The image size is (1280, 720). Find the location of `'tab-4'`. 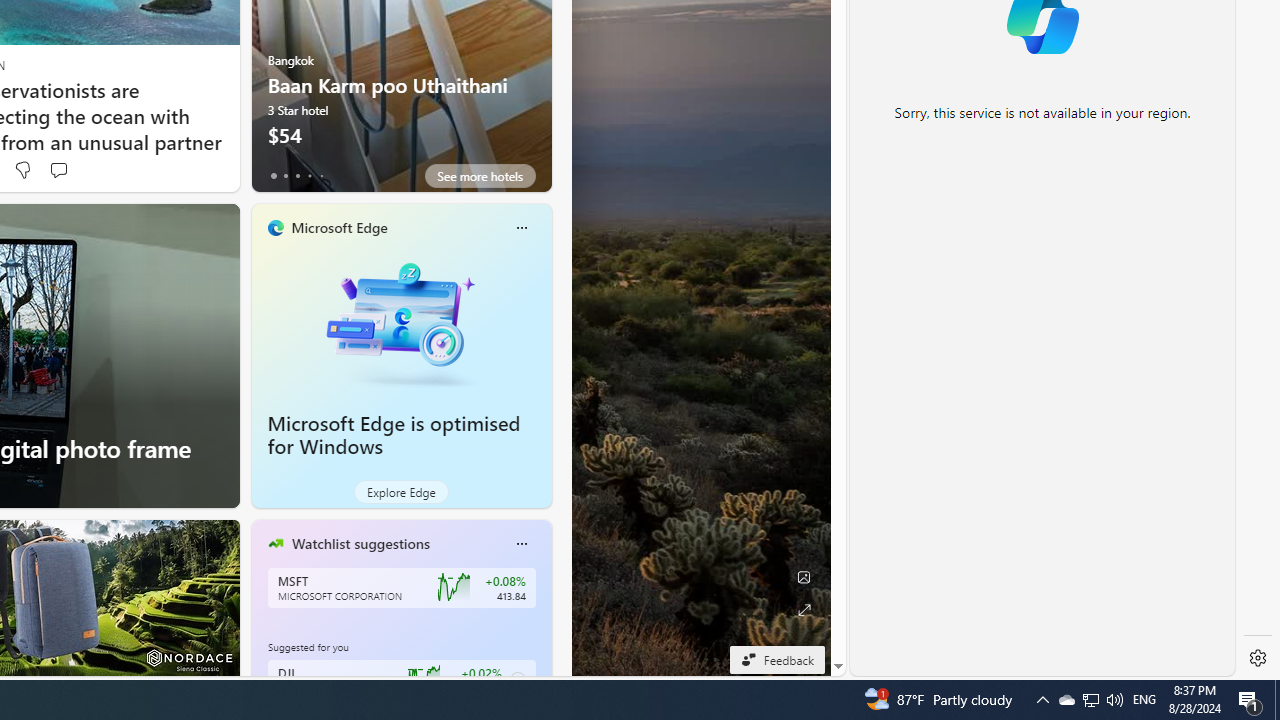

'tab-4' is located at coordinates (321, 175).